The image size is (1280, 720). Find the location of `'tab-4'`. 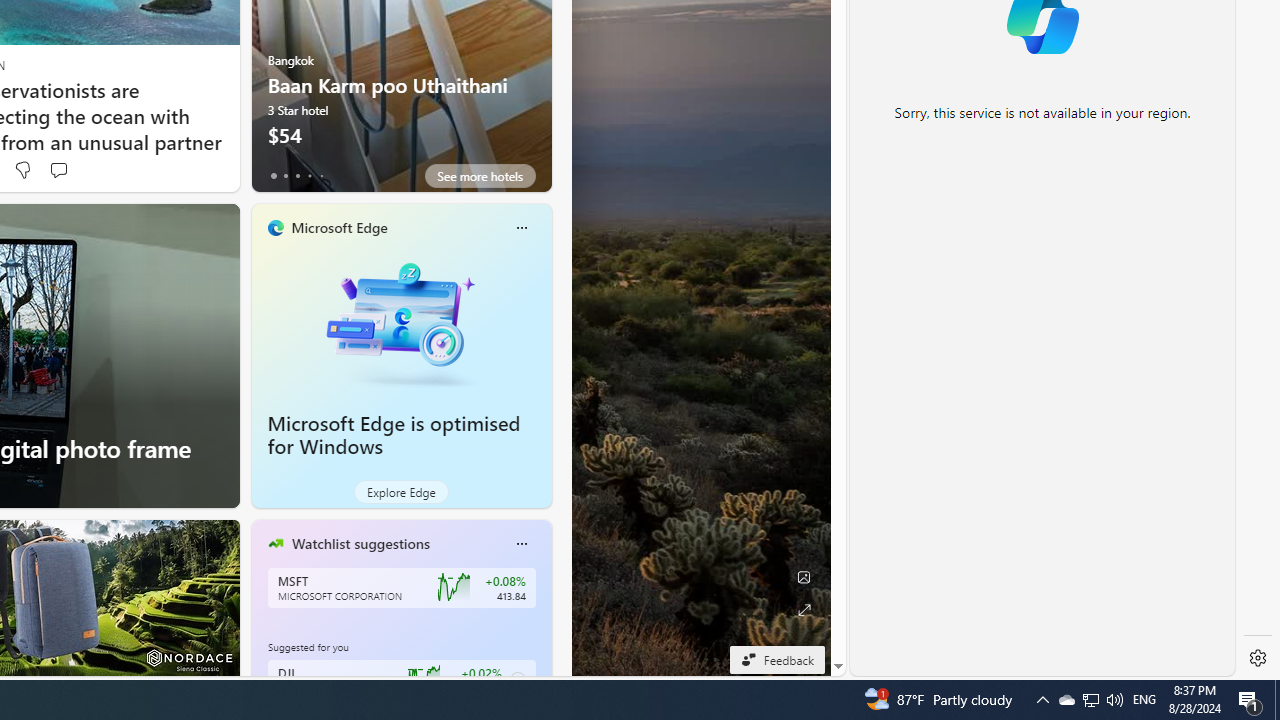

'tab-4' is located at coordinates (321, 175).